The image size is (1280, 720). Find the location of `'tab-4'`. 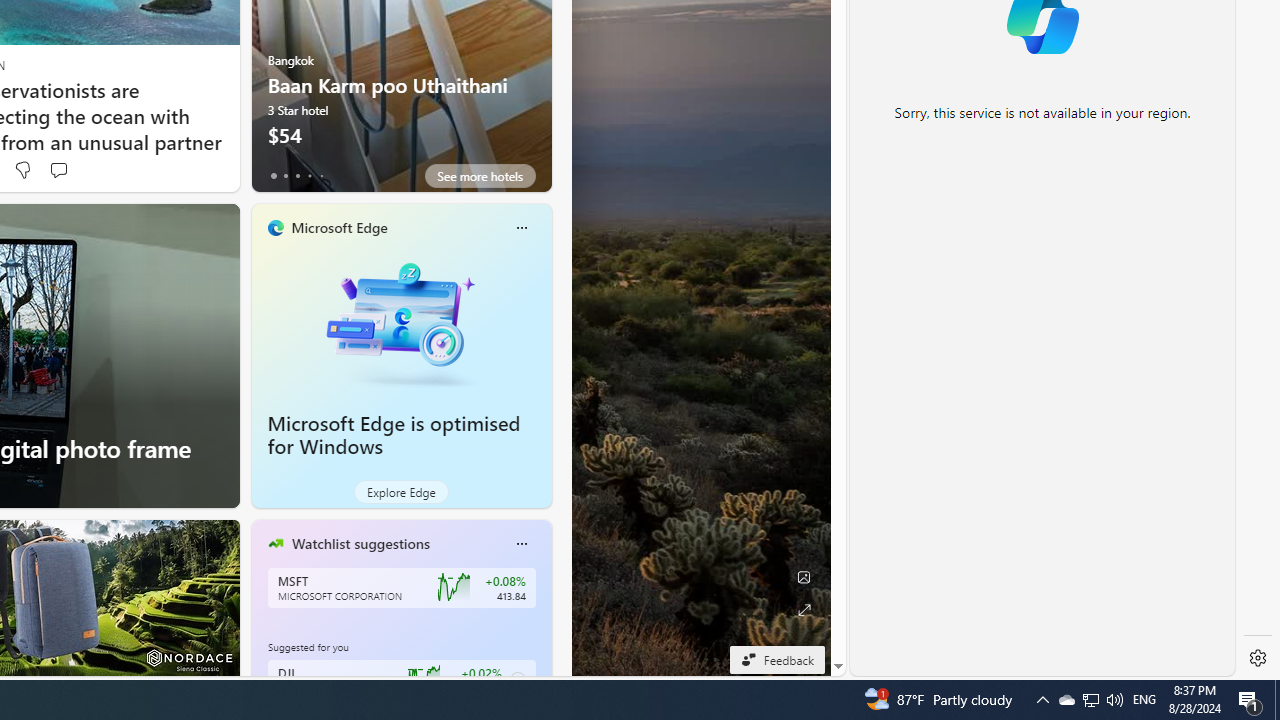

'tab-4' is located at coordinates (321, 175).